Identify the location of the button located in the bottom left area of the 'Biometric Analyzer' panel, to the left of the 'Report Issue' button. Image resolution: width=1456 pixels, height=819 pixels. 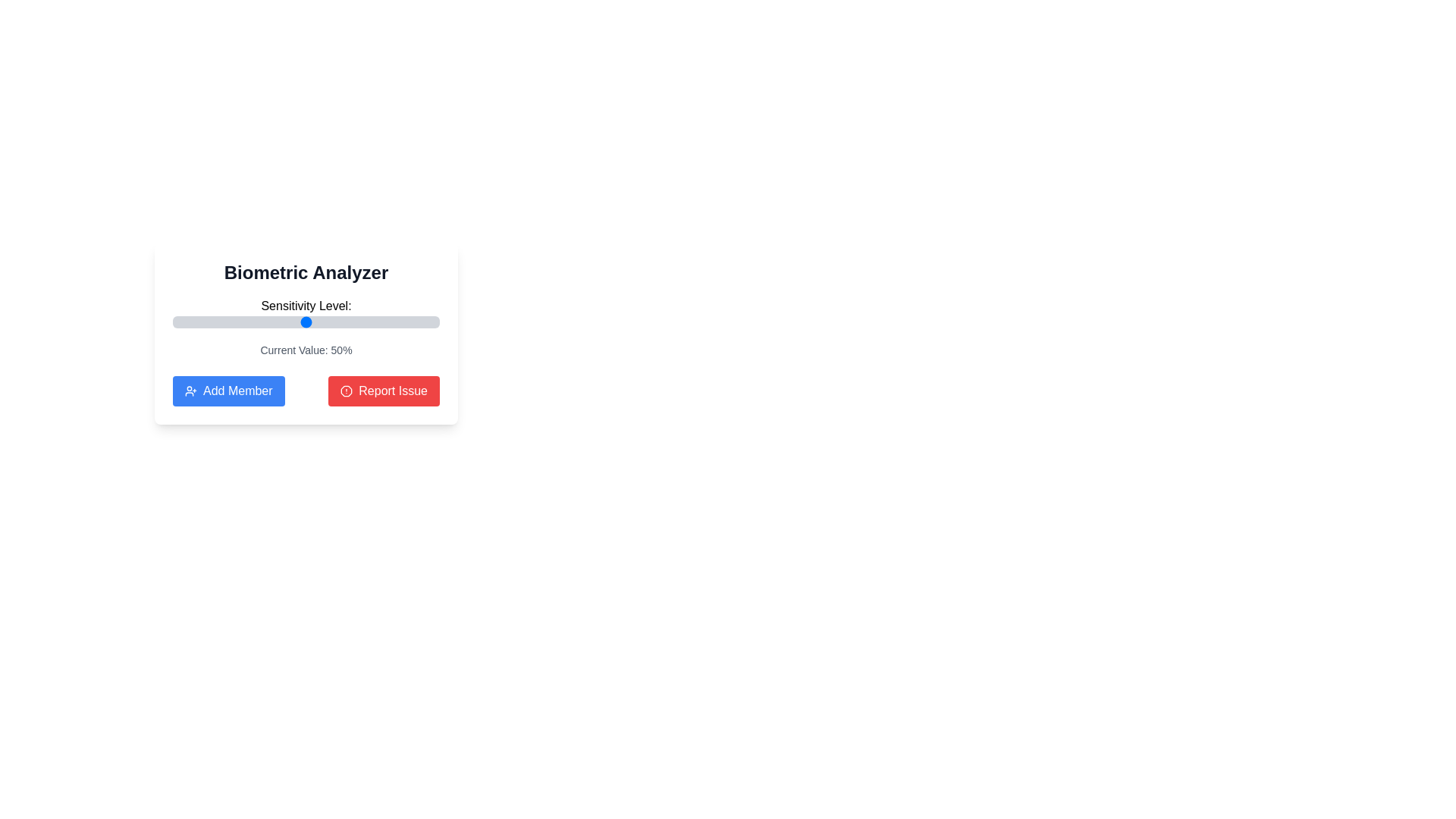
(227, 391).